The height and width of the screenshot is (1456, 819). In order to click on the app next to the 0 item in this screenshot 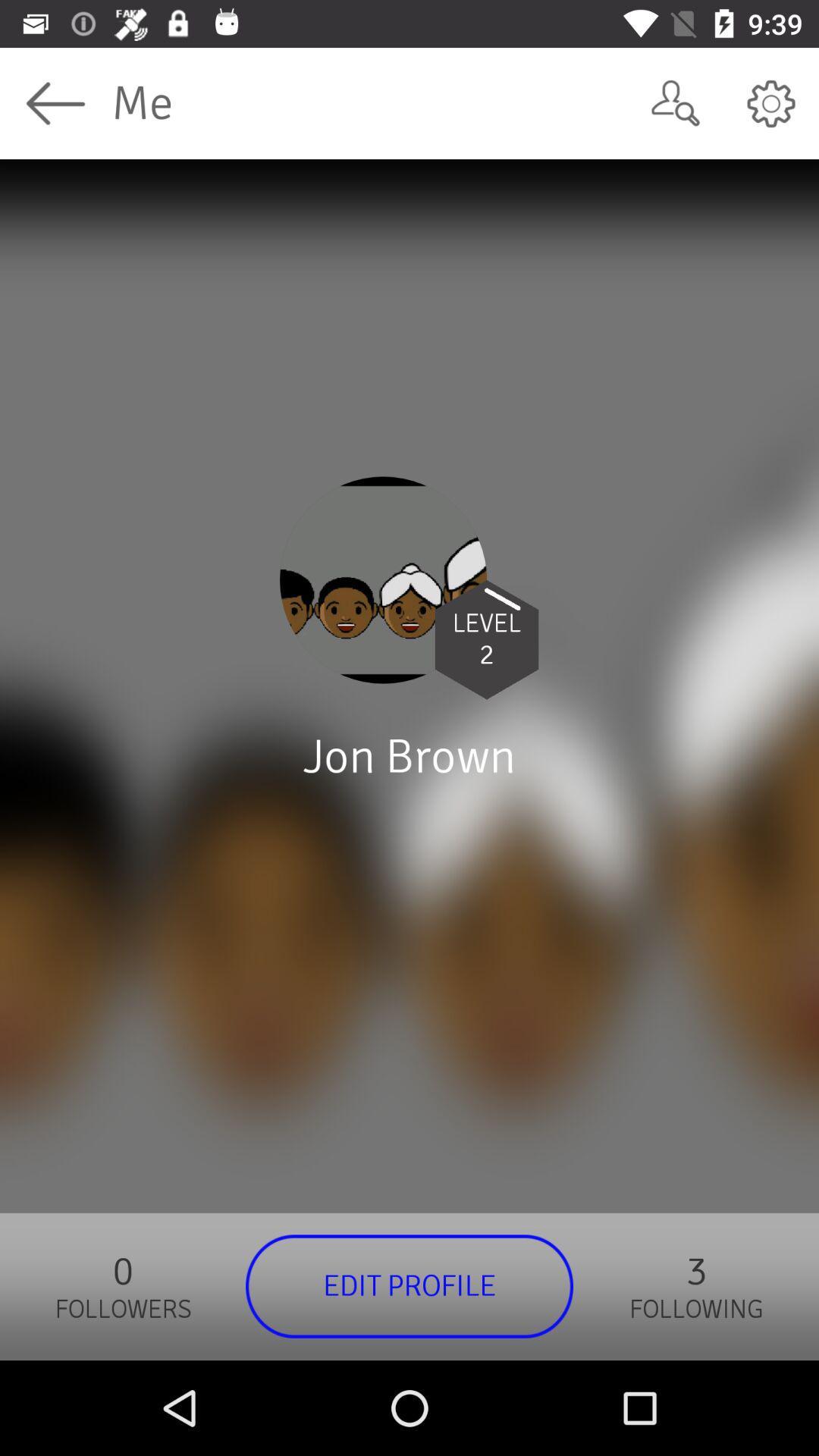, I will do `click(409, 1285)`.